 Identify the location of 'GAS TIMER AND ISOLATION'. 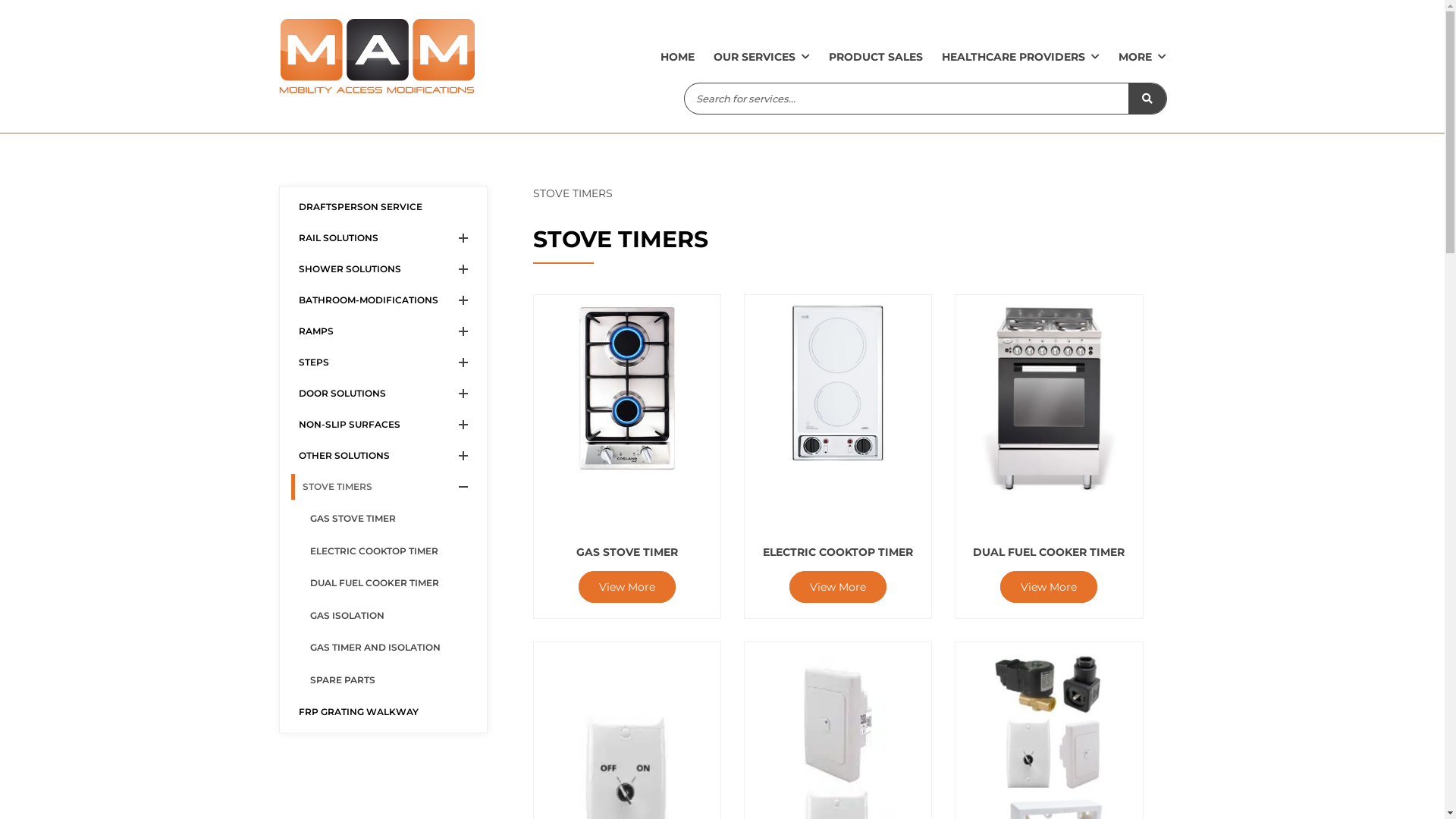
(388, 647).